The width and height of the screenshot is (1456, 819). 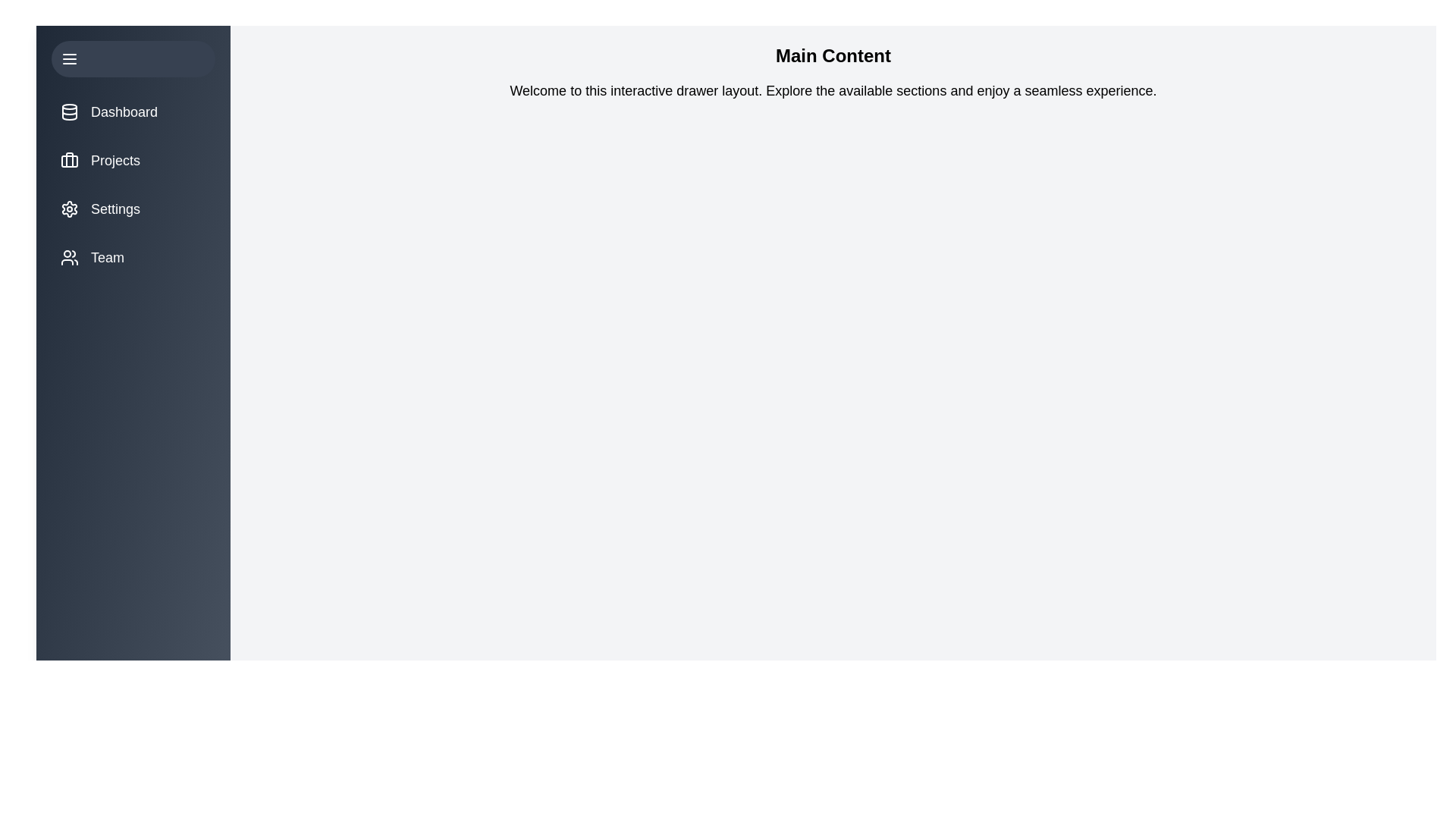 I want to click on the menu item Projects to view its hover effect, so click(x=133, y=161).